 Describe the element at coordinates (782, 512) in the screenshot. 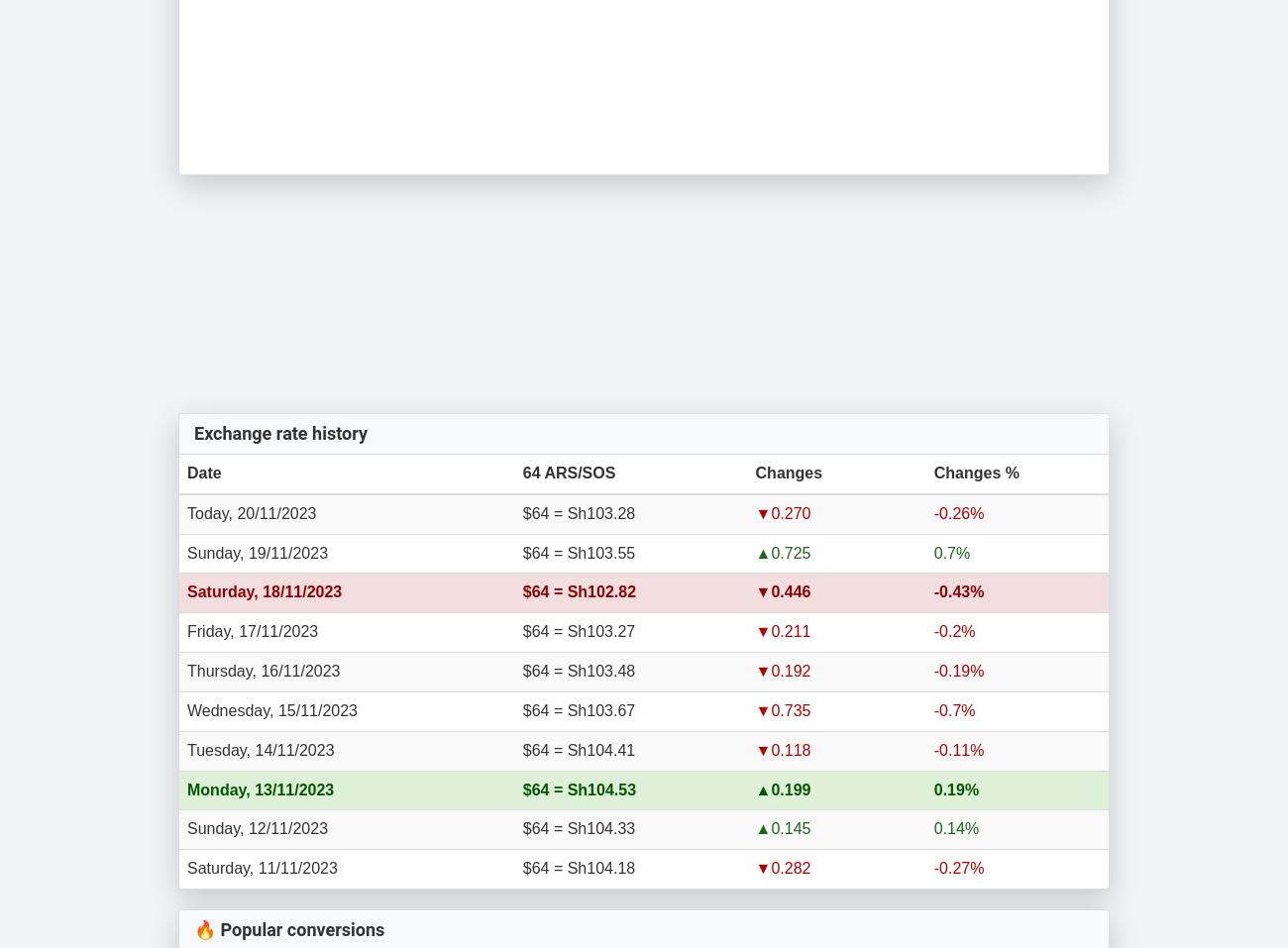

I see `'▼0.270'` at that location.